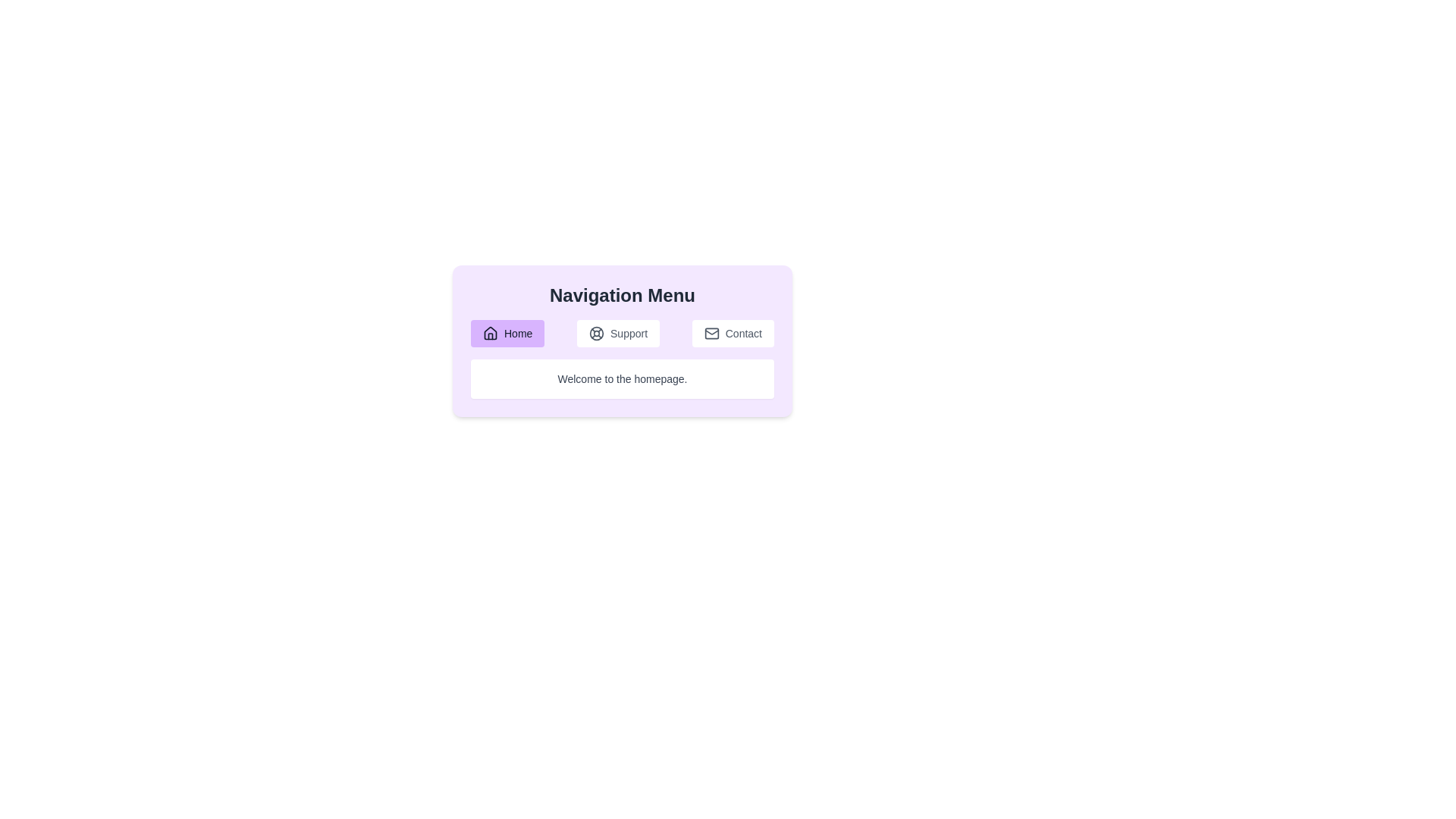 This screenshot has width=1456, height=819. What do you see at coordinates (491, 332) in the screenshot?
I see `the home icon located in the left section of the 'Home' button in the navigation menu, preceding the text label 'Home'` at bounding box center [491, 332].